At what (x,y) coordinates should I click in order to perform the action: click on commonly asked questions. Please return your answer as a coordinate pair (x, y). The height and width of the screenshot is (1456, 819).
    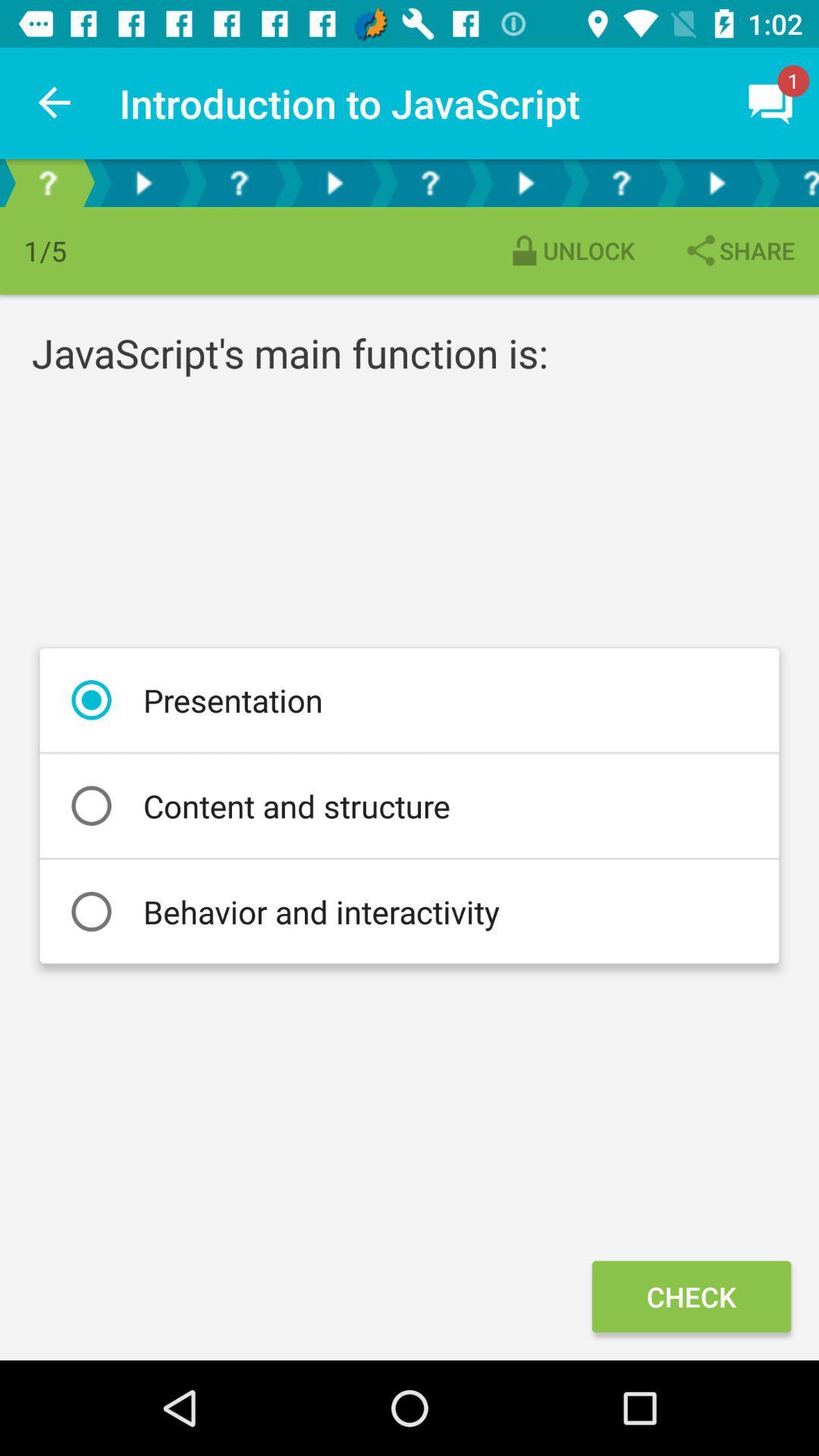
    Looking at the image, I should click on (46, 182).